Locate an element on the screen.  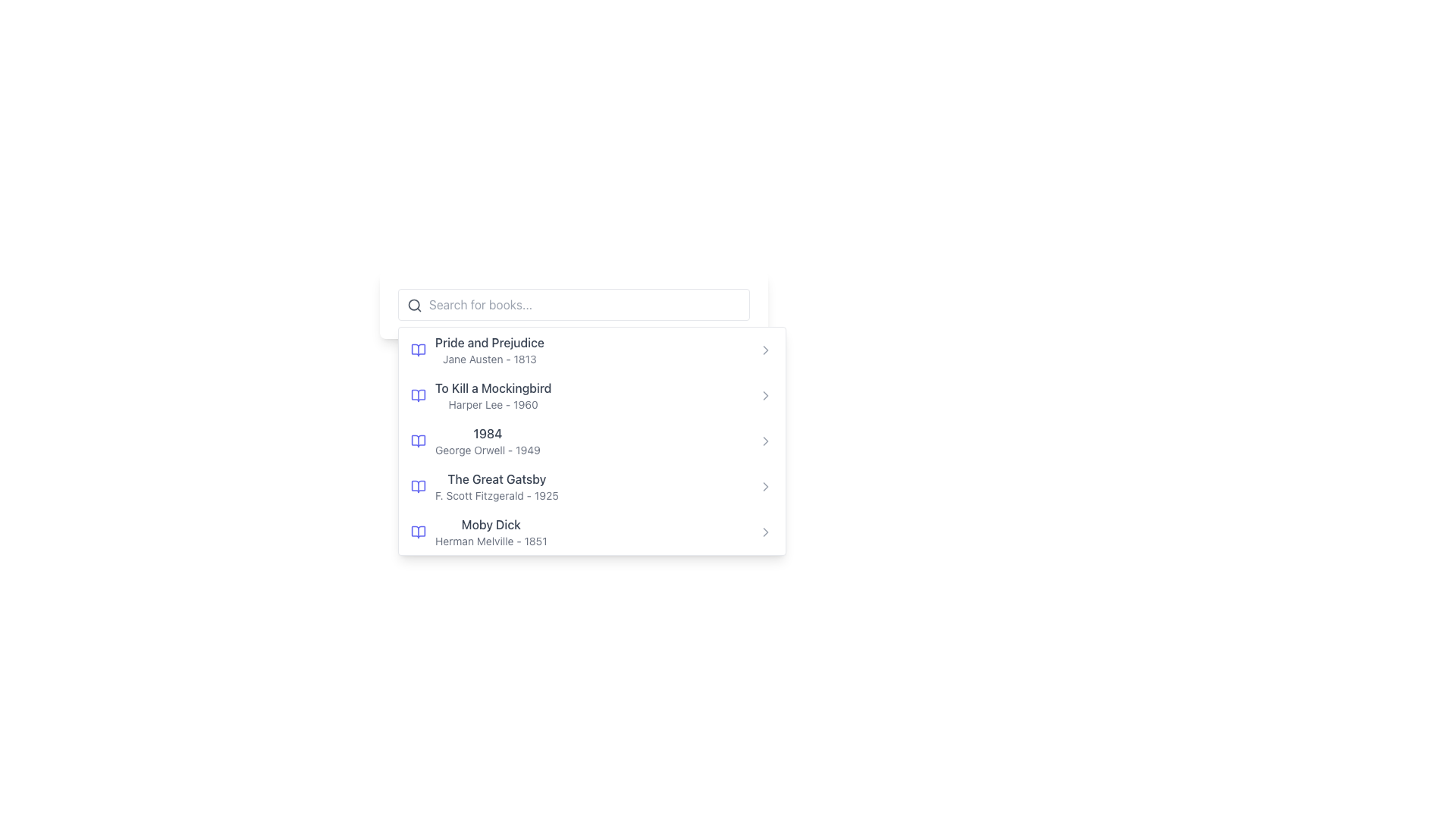
the right-pointing chevron icon with a gray stroke located to the right of the list item labeled 'Pride and Prejudice - Jane Austen - 1813' is located at coordinates (765, 350).